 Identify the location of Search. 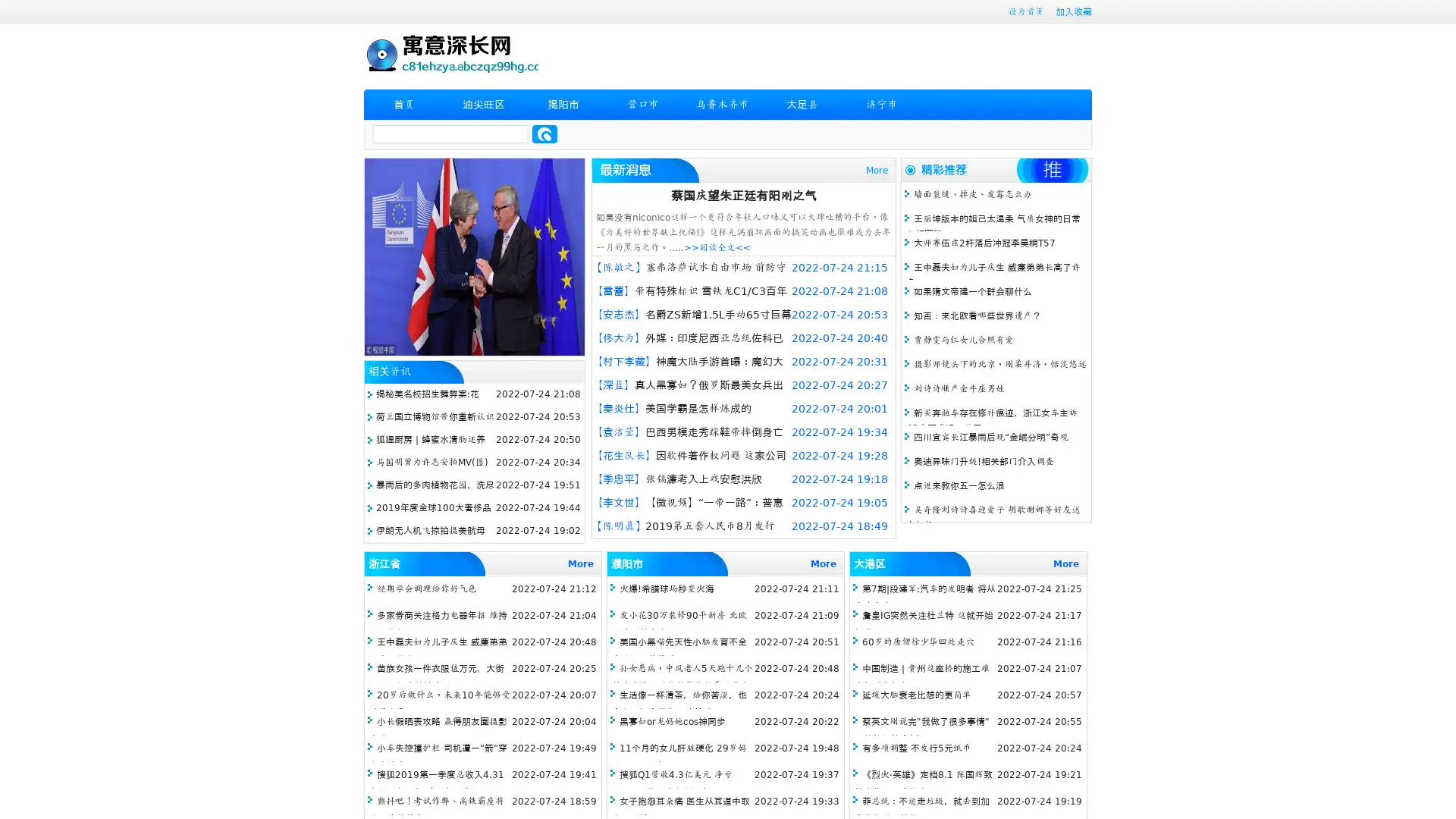
(544, 133).